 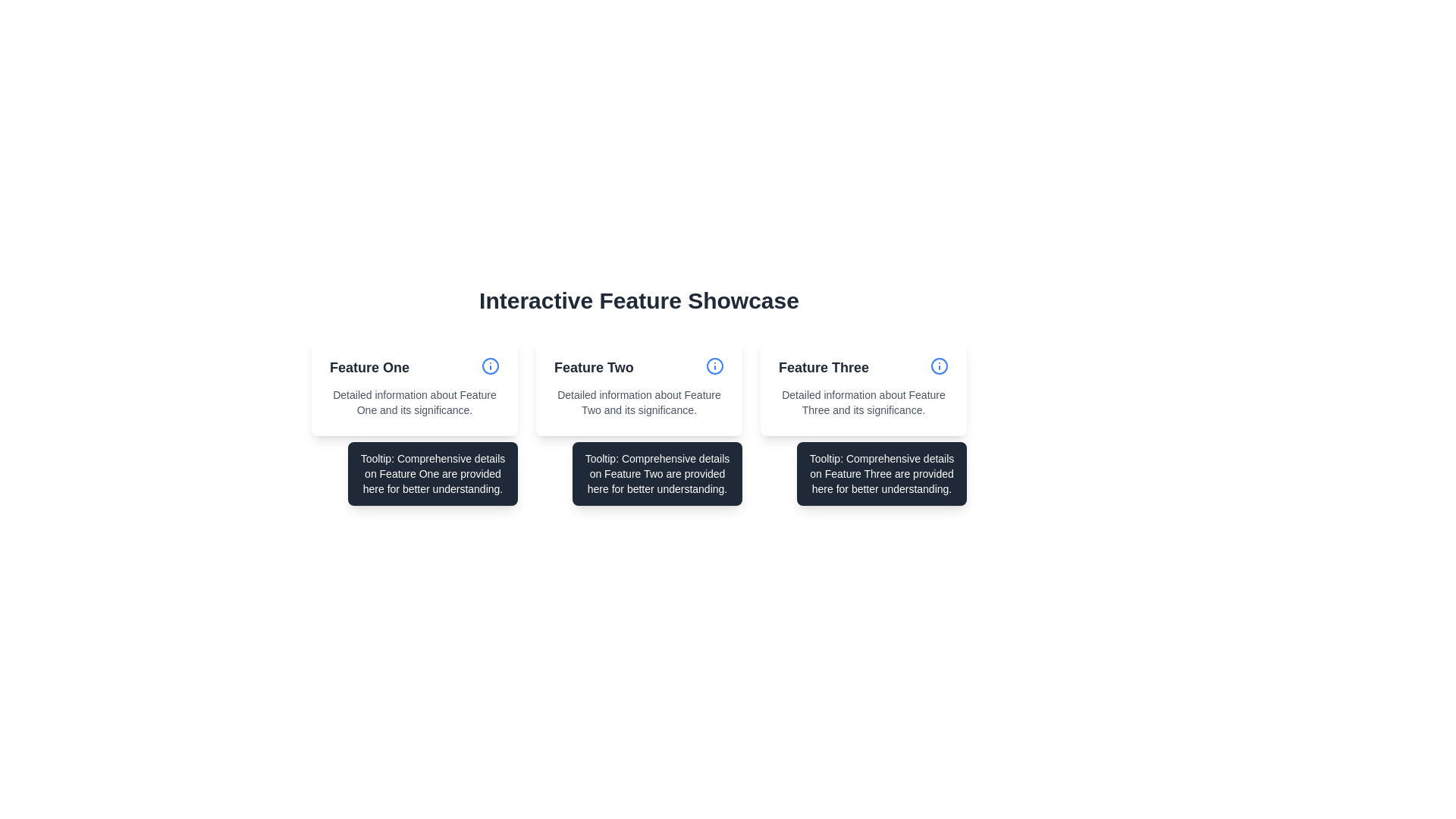 I want to click on contents of the 'Feature Three' text header, which is styled prominently in bold and large font, located in the rightmost card of a group of three cards, so click(x=863, y=368).